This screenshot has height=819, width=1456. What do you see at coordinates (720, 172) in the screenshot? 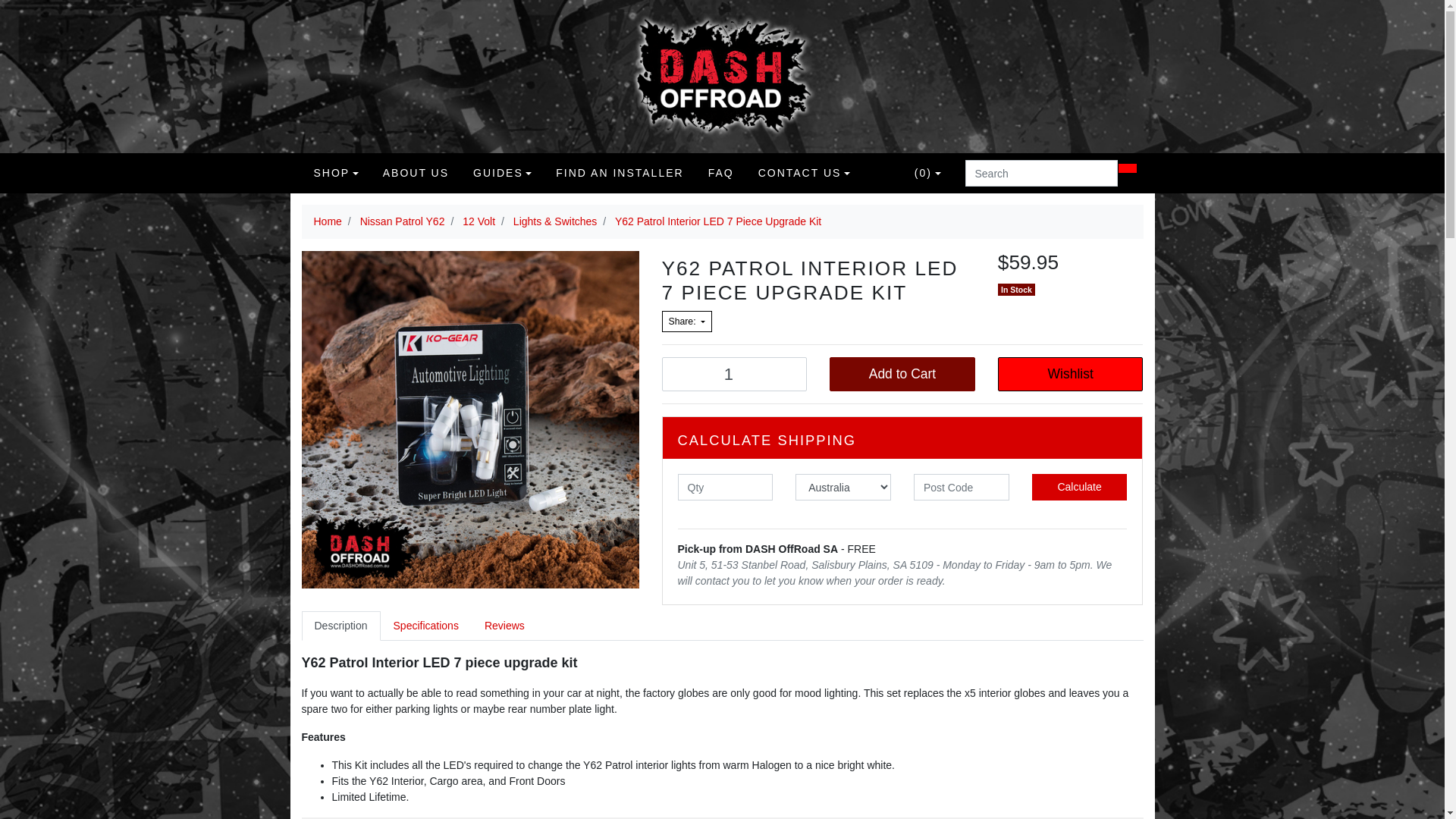
I see `'FAQ'` at bounding box center [720, 172].